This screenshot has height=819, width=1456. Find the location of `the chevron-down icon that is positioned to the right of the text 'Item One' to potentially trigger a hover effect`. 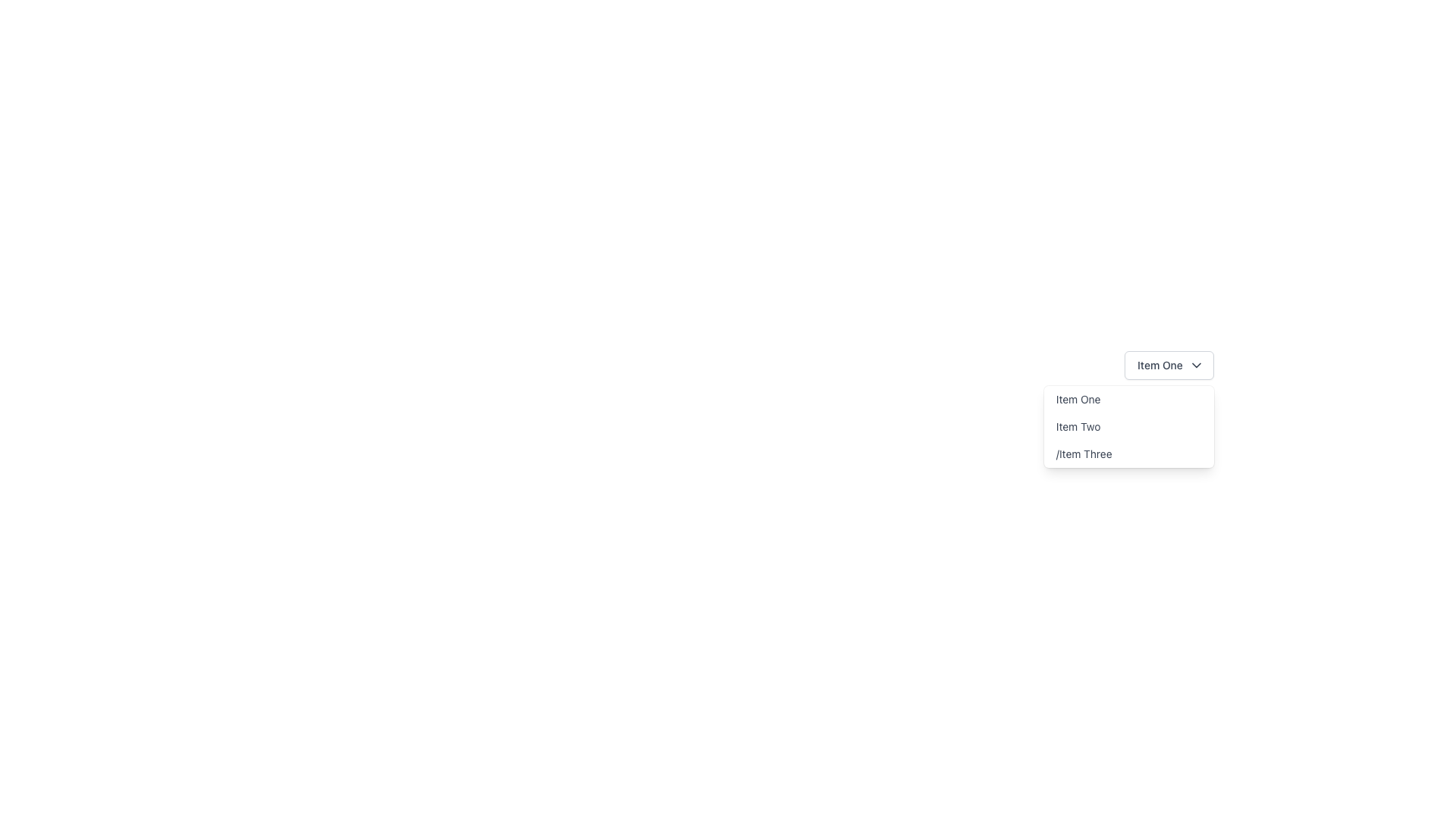

the chevron-down icon that is positioned to the right of the text 'Item One' to potentially trigger a hover effect is located at coordinates (1195, 366).